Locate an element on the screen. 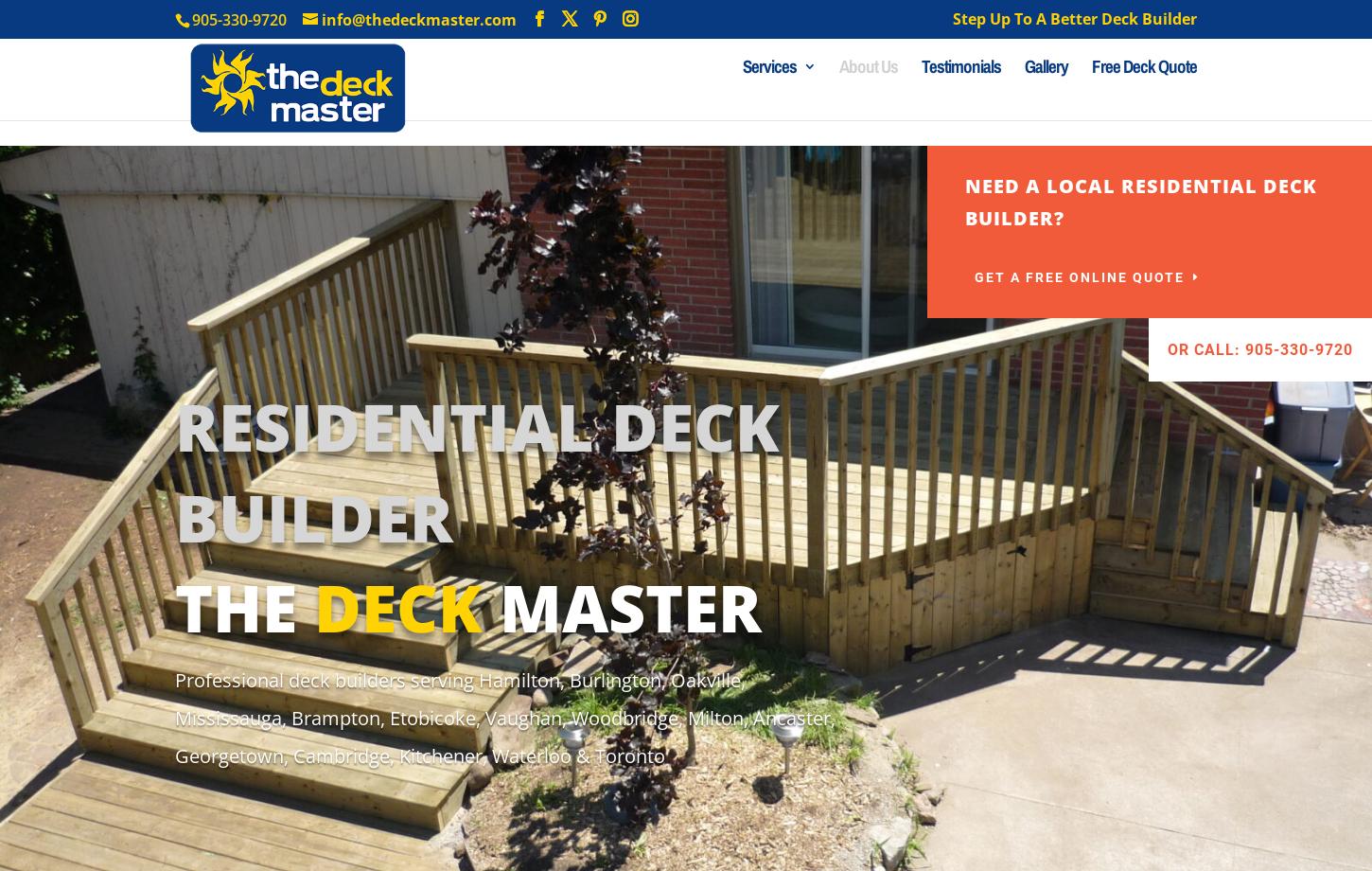 The image size is (1372, 871). 'About Us' is located at coordinates (867, 92).